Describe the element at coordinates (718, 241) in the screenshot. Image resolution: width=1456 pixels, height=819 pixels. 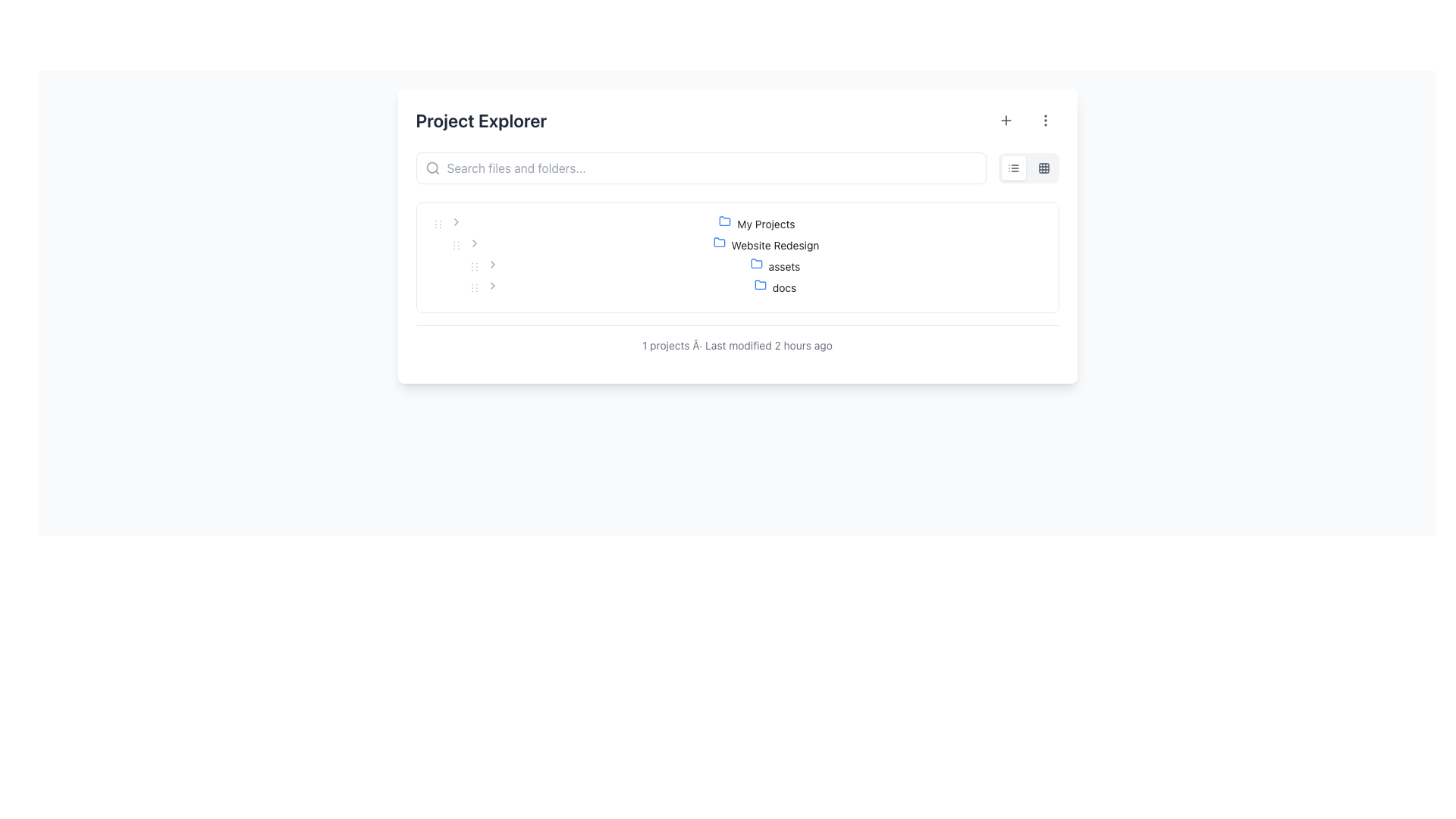
I see `the blue folder icon` at that location.